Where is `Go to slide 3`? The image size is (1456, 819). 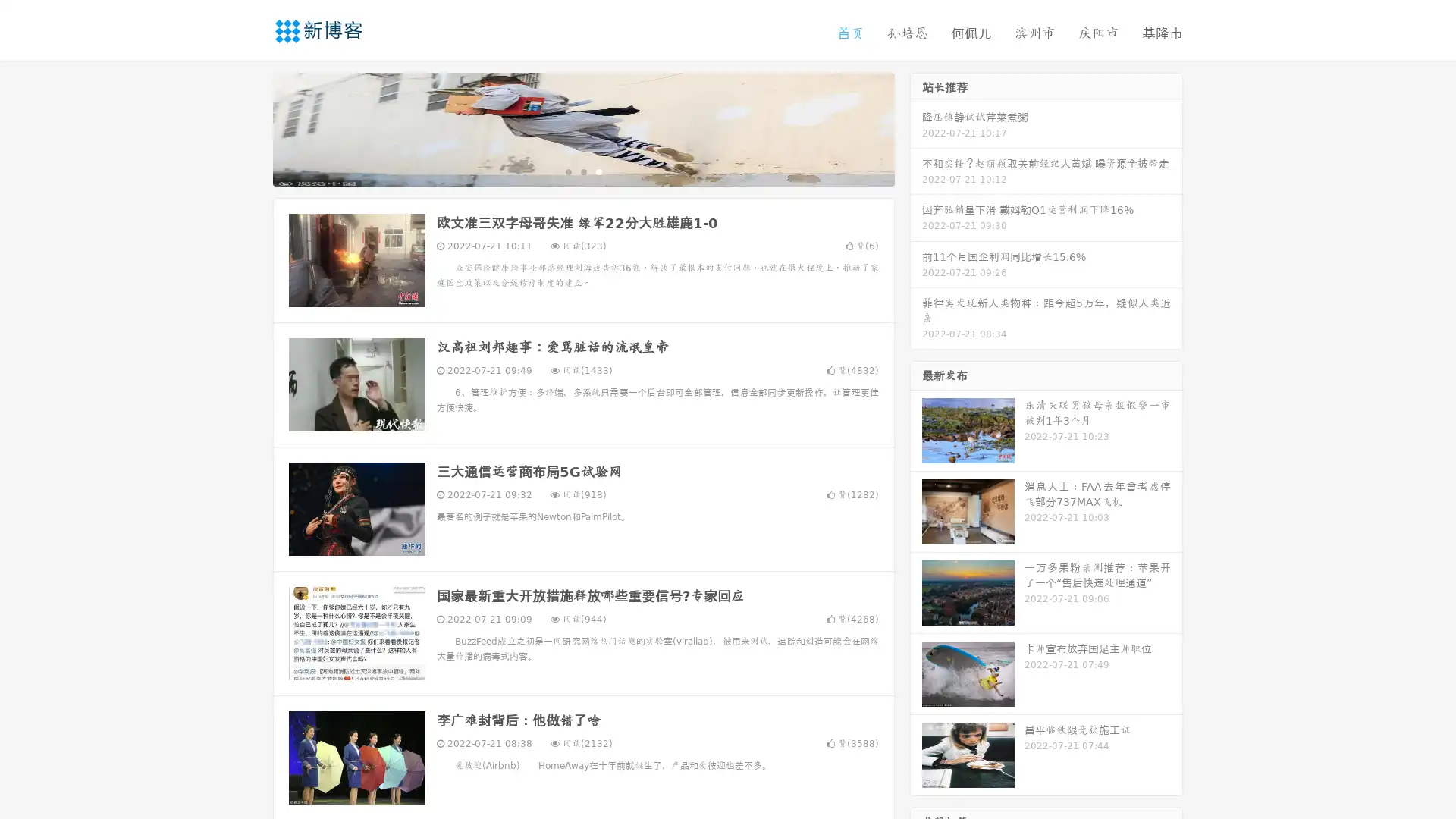 Go to slide 3 is located at coordinates (598, 171).